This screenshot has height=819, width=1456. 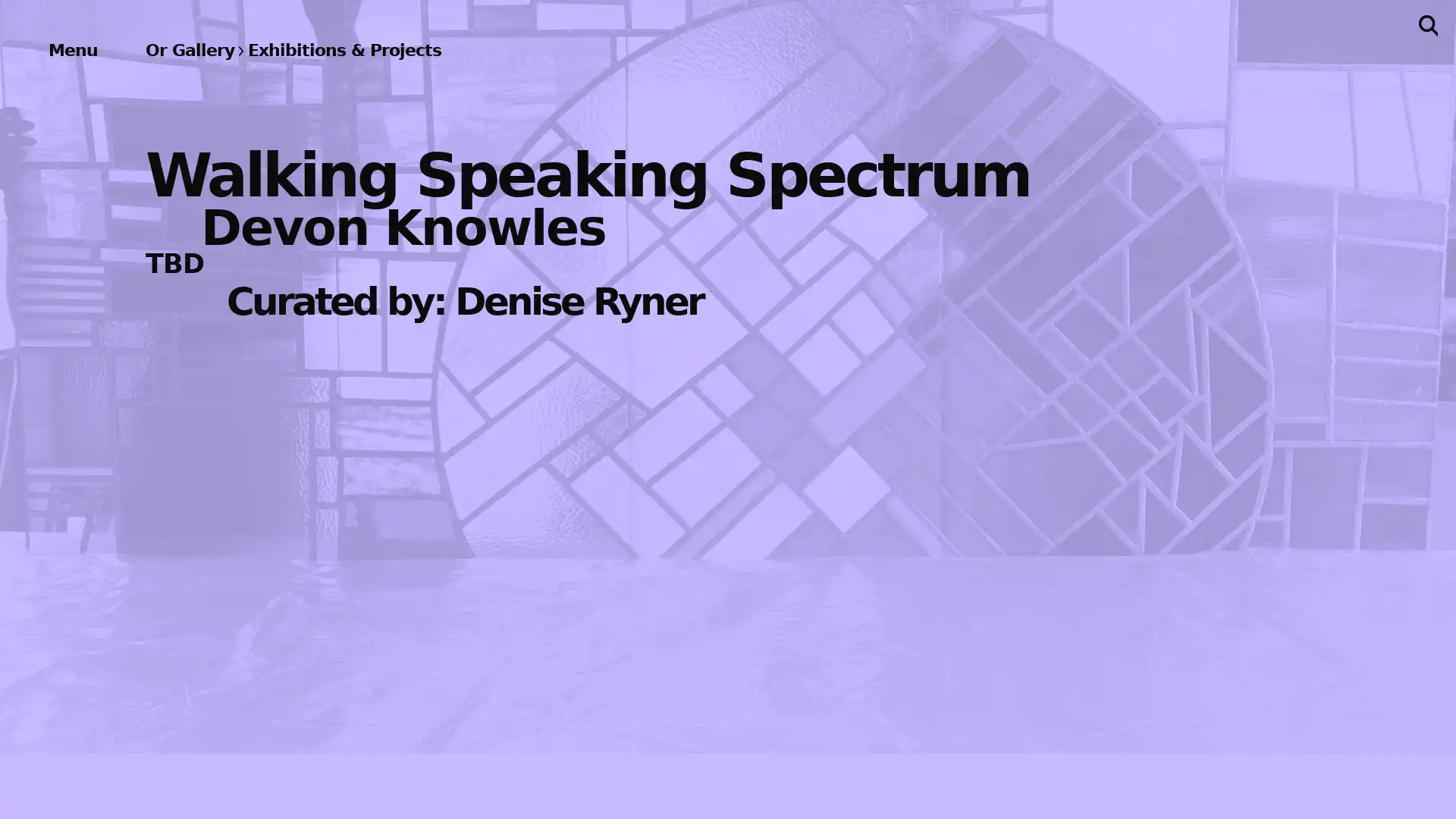 I want to click on About, so click(x=329, y=601).